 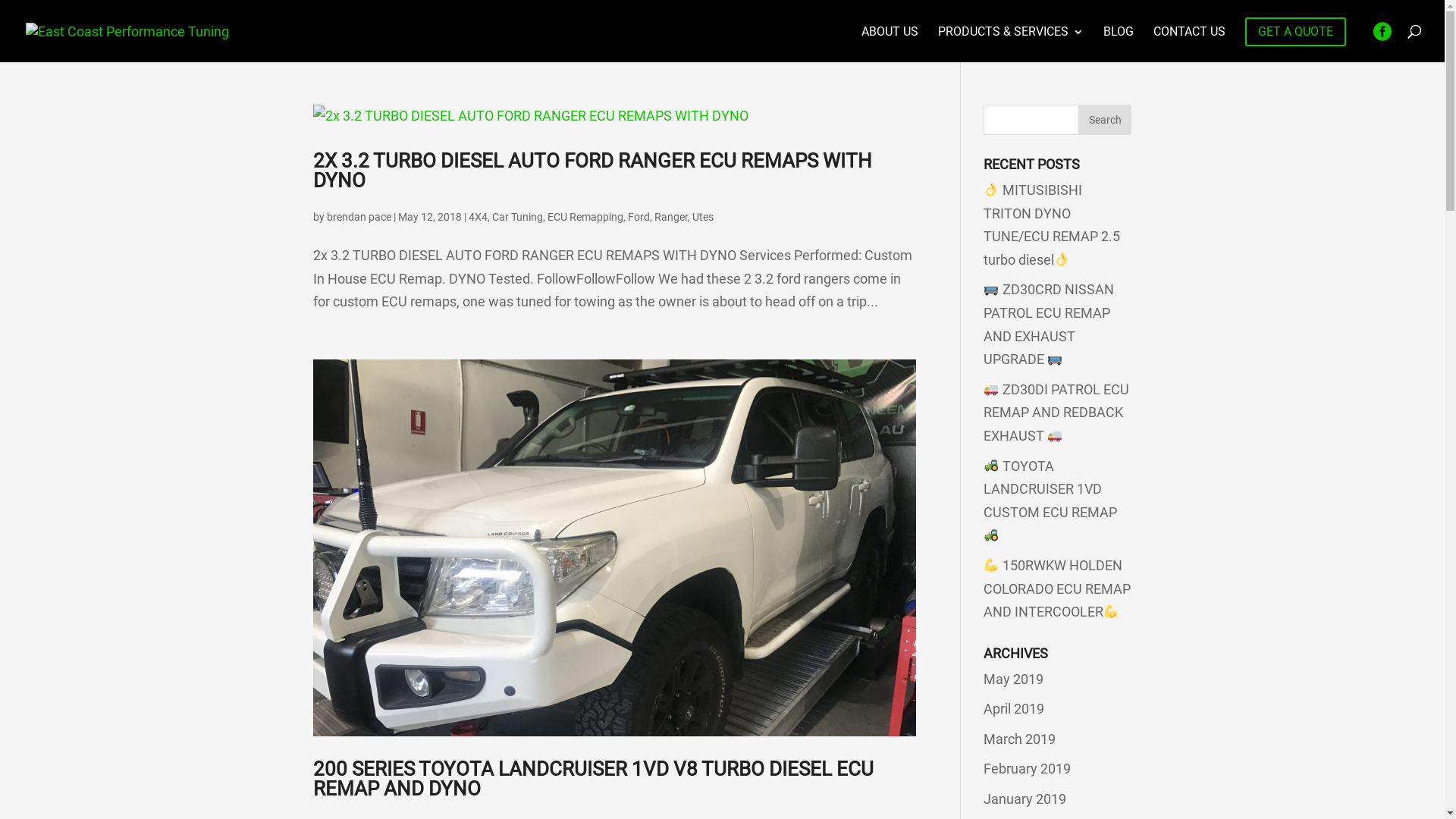 I want to click on 'ECU Remapping', so click(x=585, y=216).